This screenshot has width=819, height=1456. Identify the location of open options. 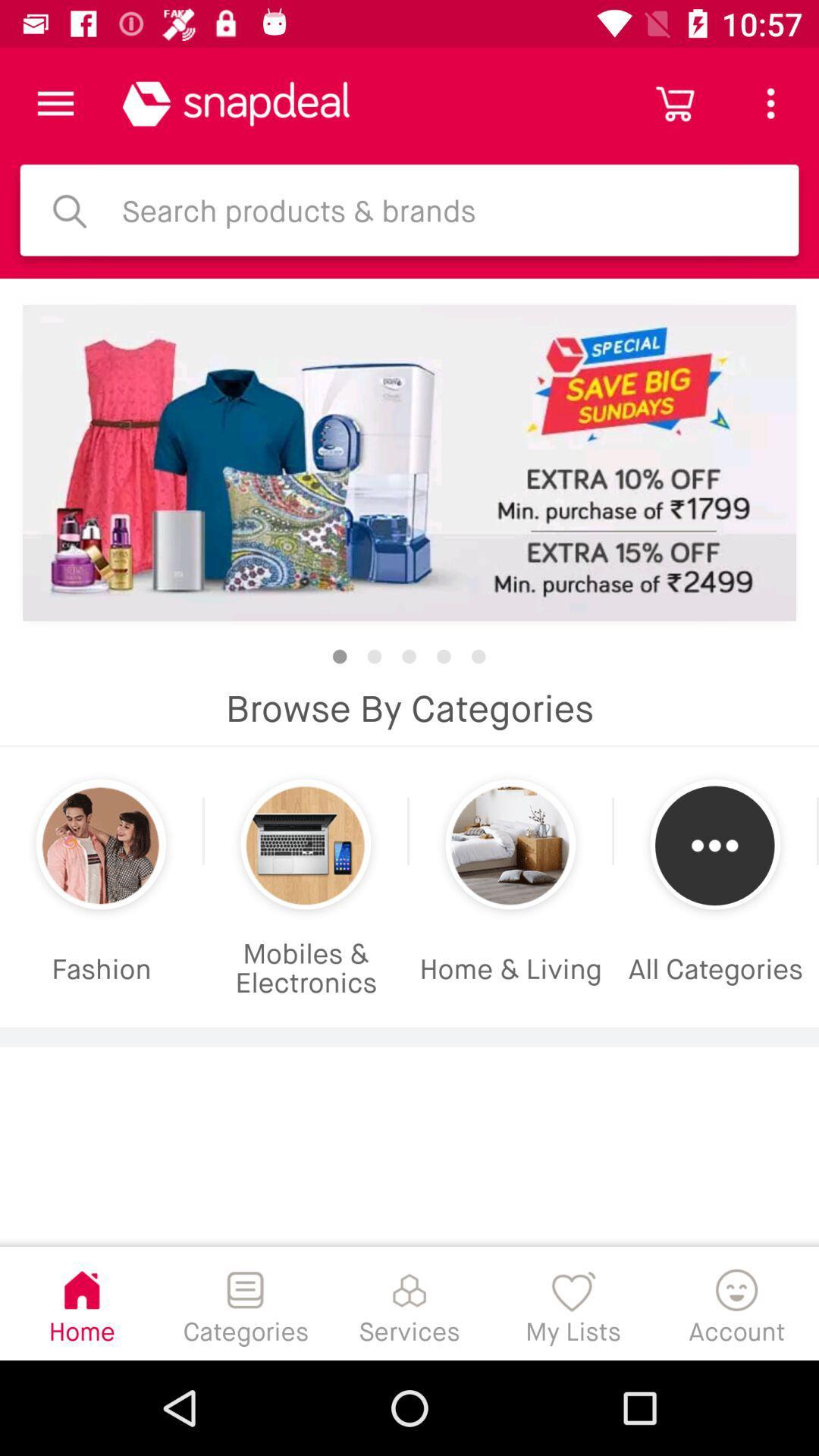
(55, 102).